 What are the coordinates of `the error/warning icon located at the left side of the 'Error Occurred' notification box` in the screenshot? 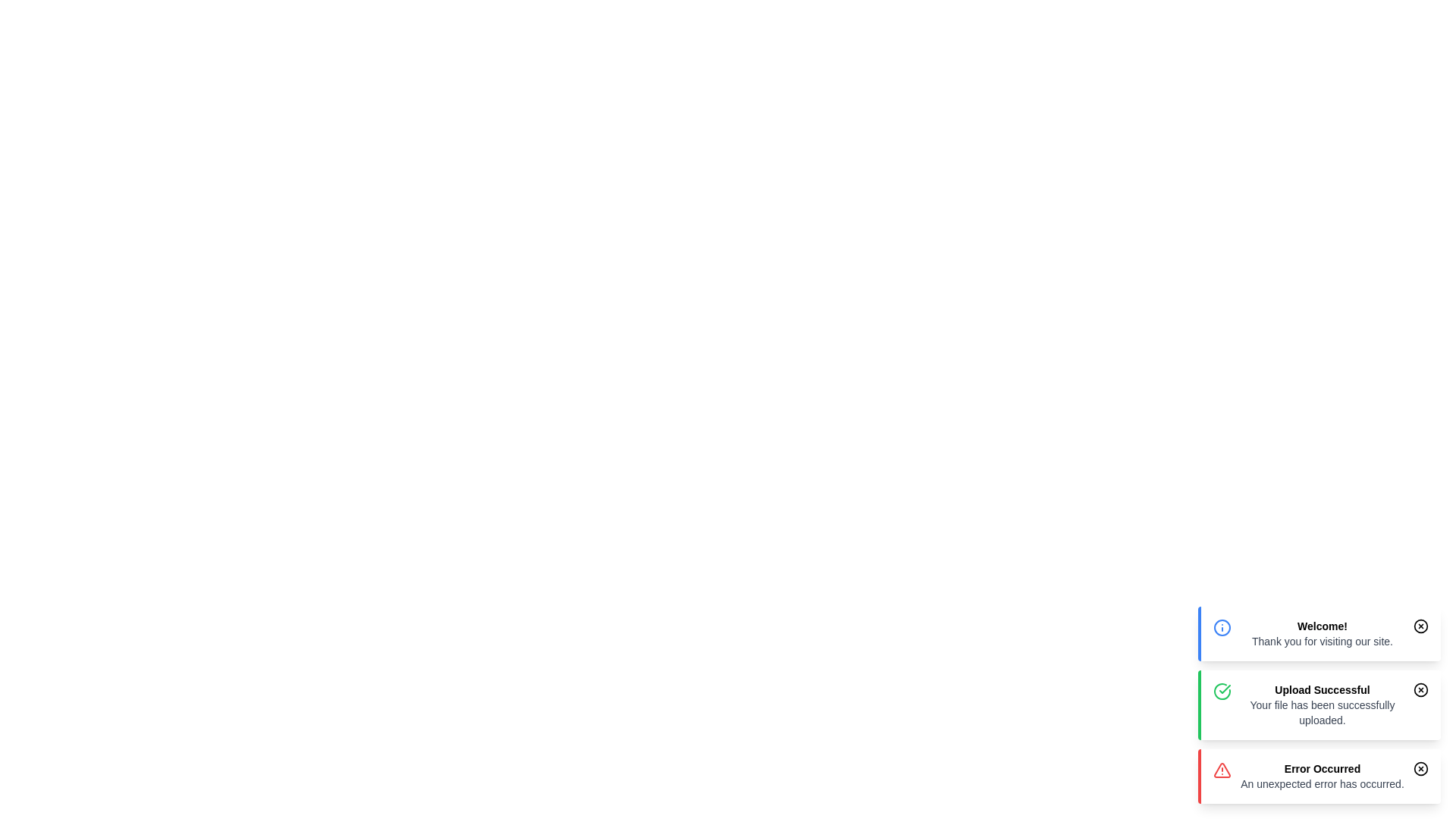 It's located at (1222, 770).